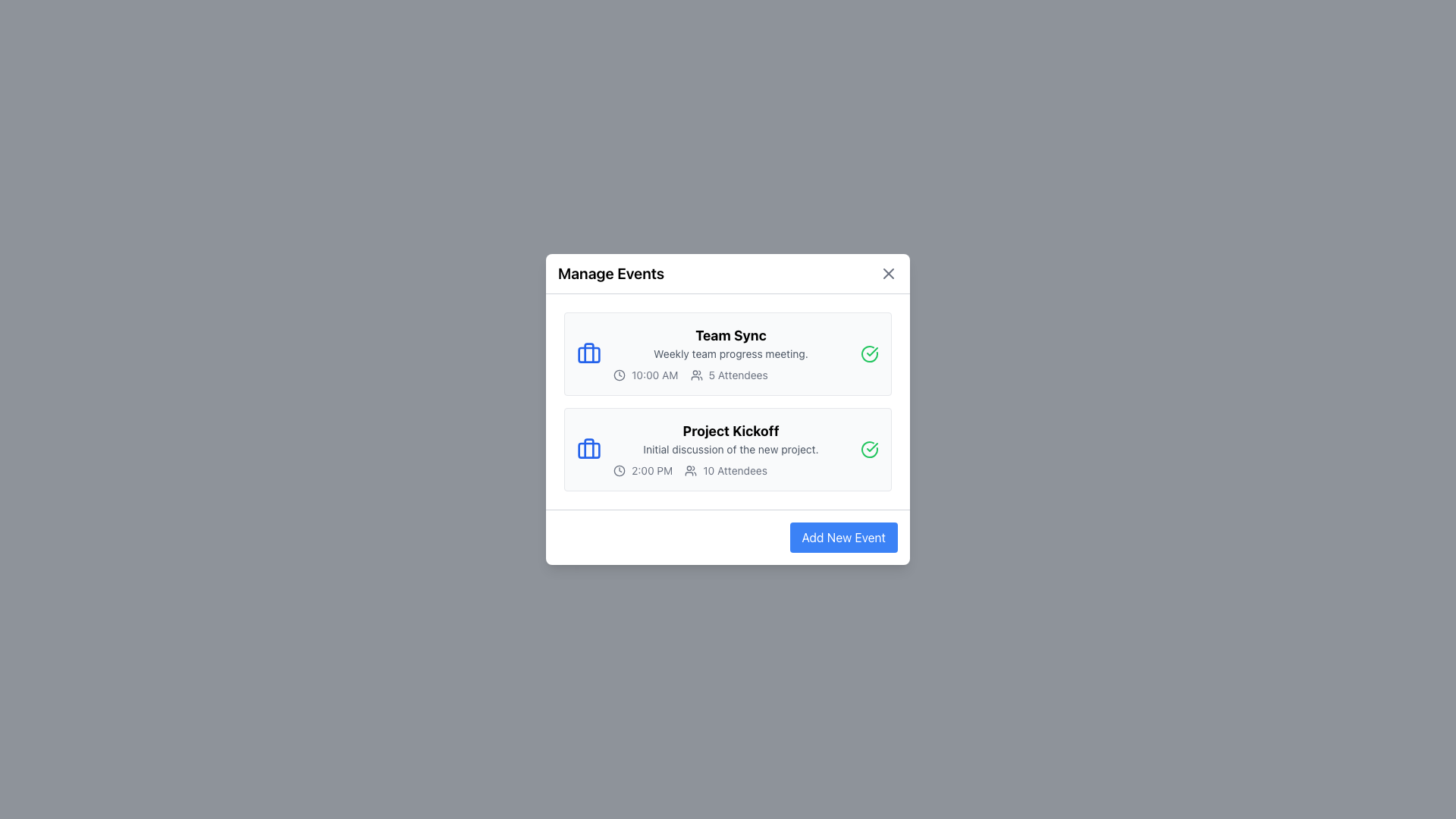 The height and width of the screenshot is (819, 1456). Describe the element at coordinates (588, 449) in the screenshot. I see `the 'Project Kickoff' event icon located in the leftmost section of the 'Manage Events' dialog, which is positioned above the text '2:00 PM 10 Attendees'` at that location.